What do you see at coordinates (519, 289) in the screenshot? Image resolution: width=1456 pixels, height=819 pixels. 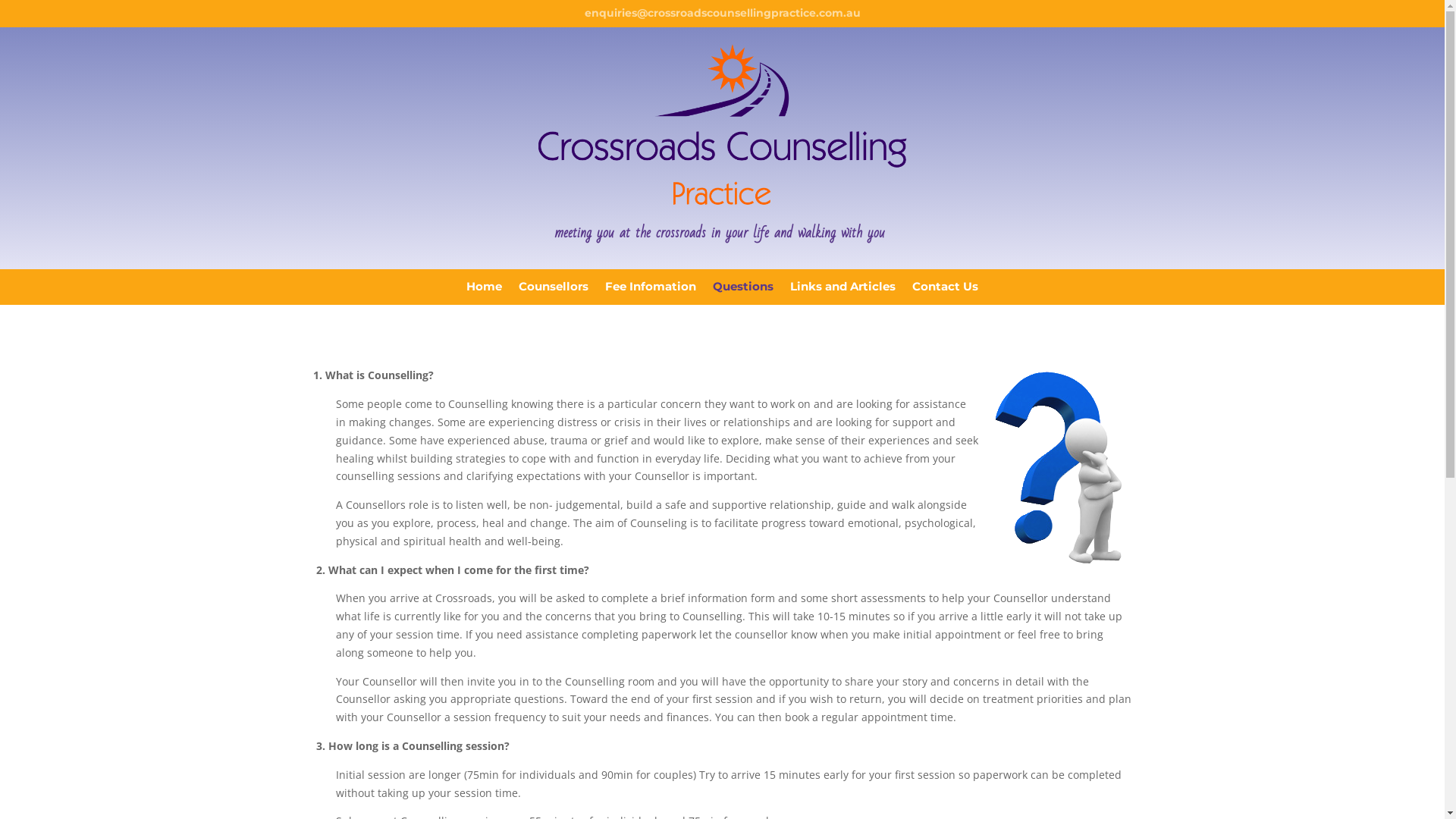 I see `'Counsellors'` at bounding box center [519, 289].